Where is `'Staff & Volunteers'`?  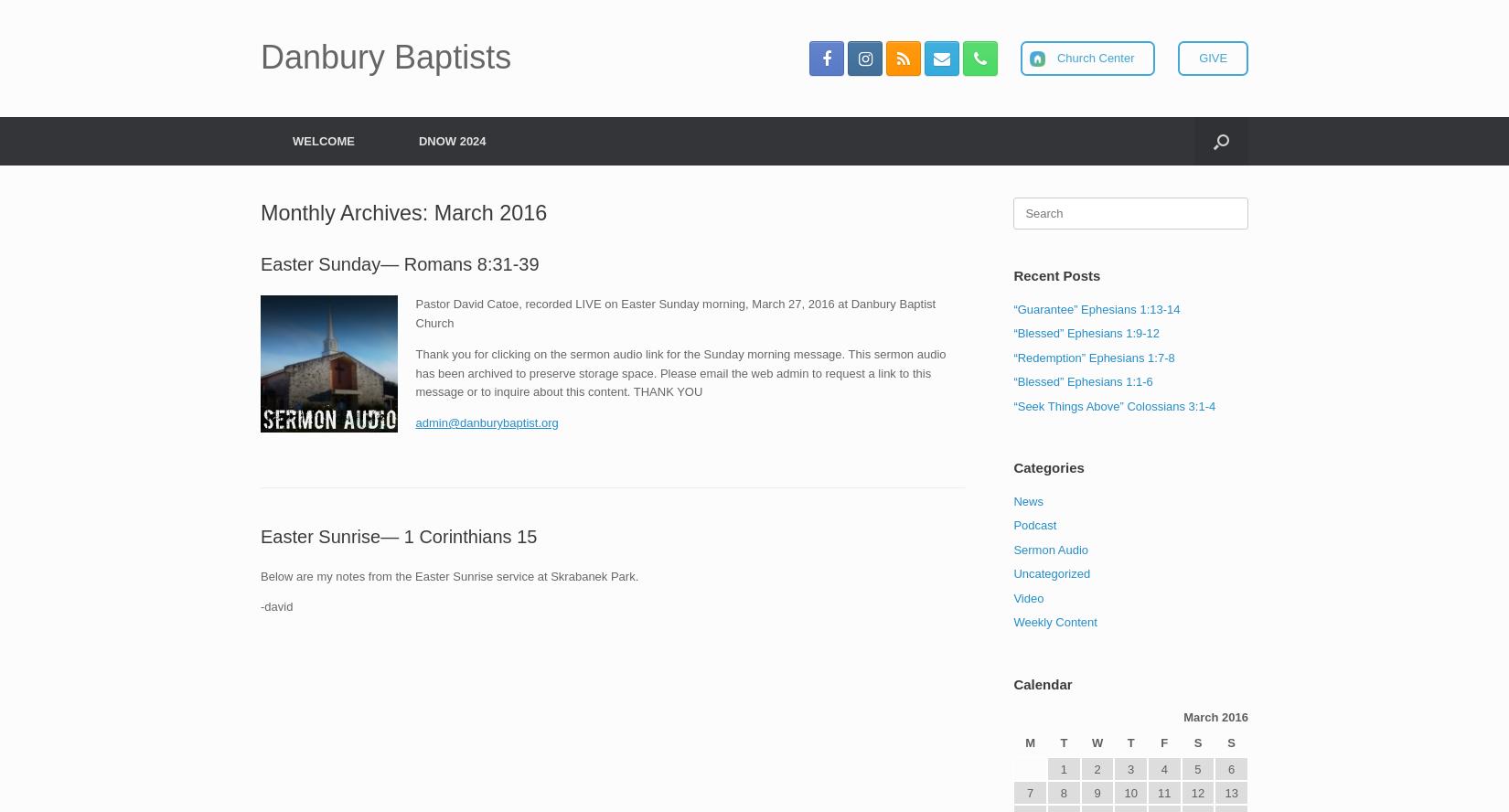 'Staff & Volunteers' is located at coordinates (511, 184).